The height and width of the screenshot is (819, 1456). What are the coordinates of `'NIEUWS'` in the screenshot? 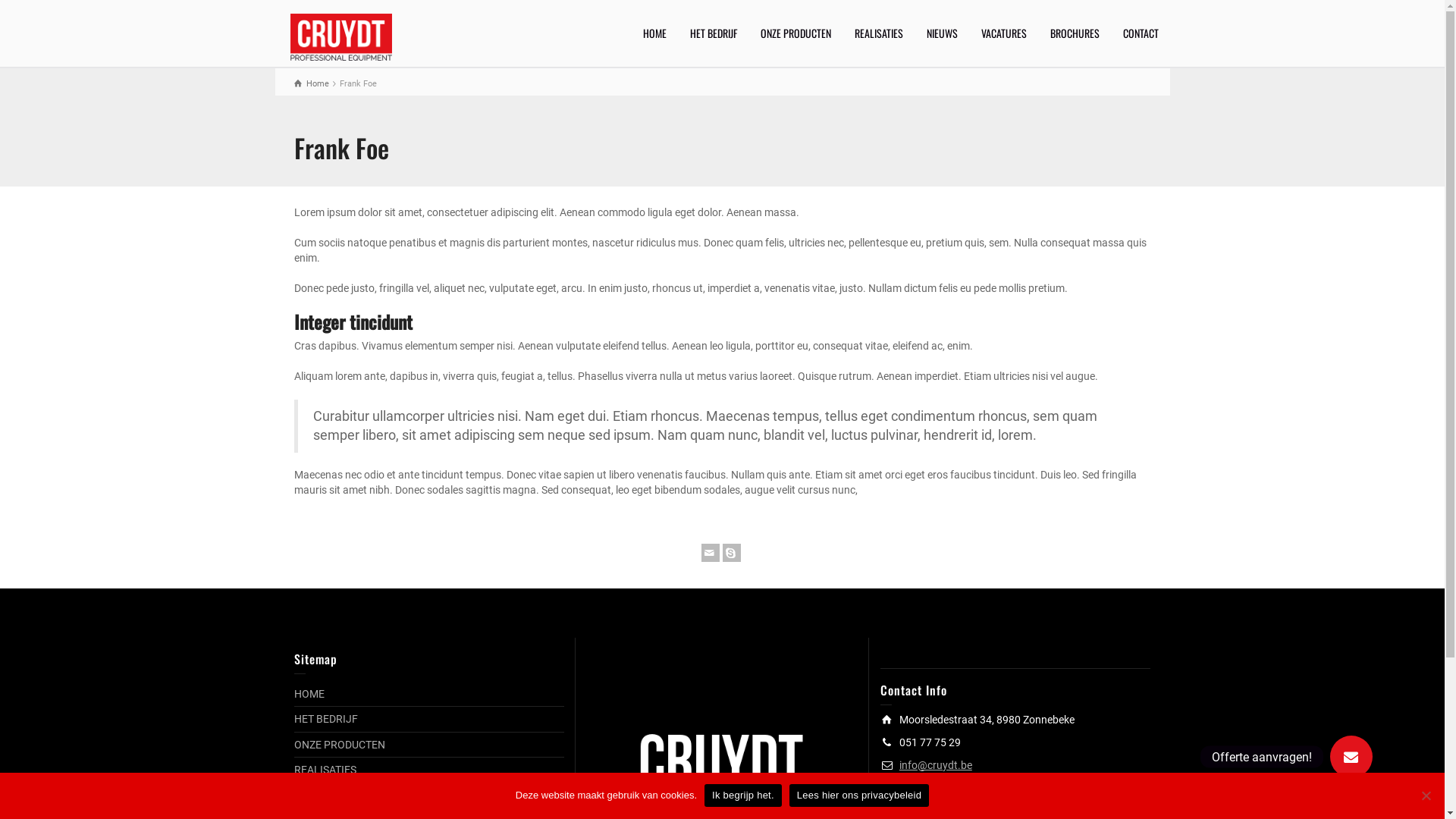 It's located at (941, 33).